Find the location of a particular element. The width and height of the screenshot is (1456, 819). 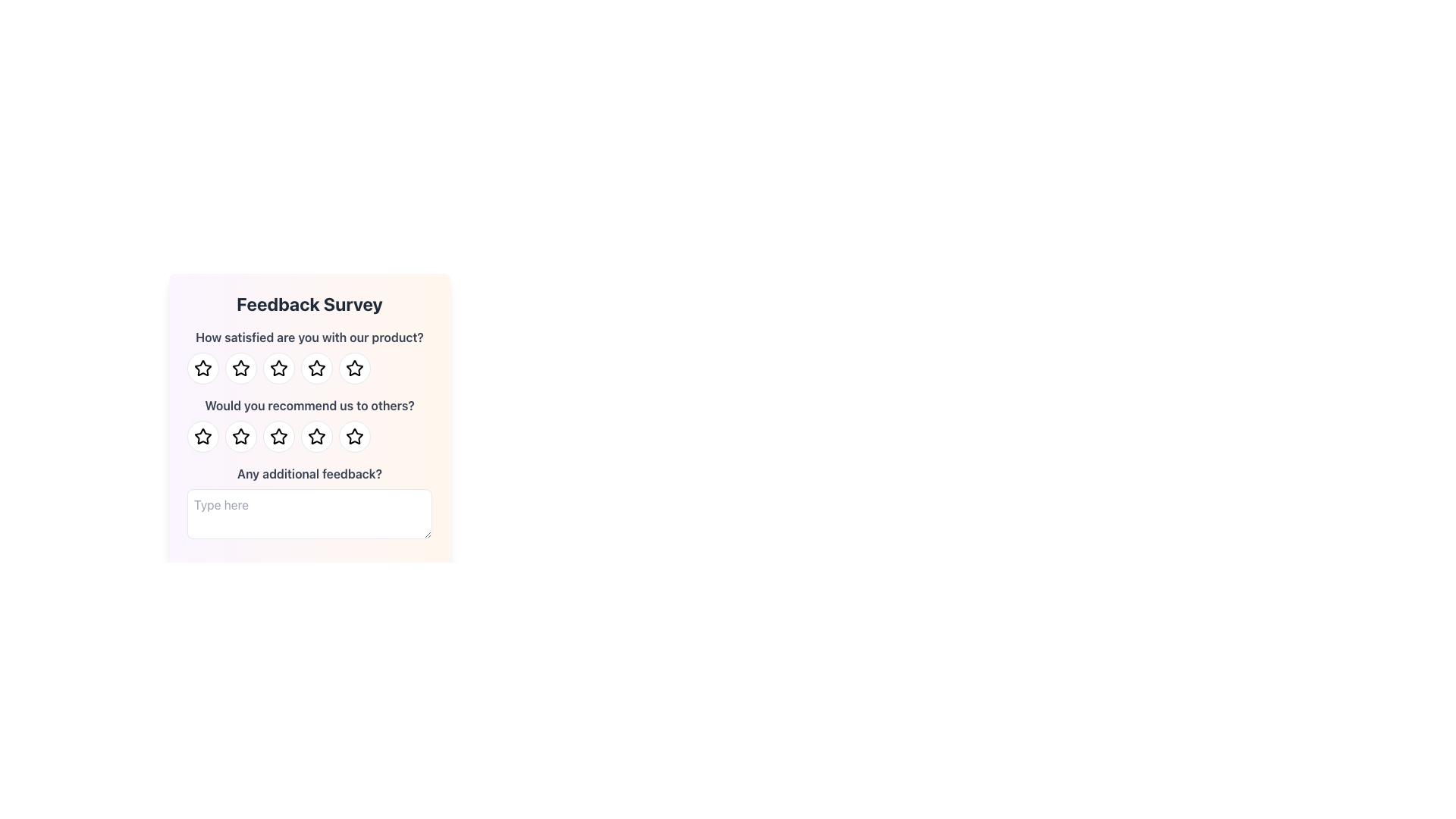

the first star-shaped icon for rating in the feedback section of the survey form is located at coordinates (202, 436).